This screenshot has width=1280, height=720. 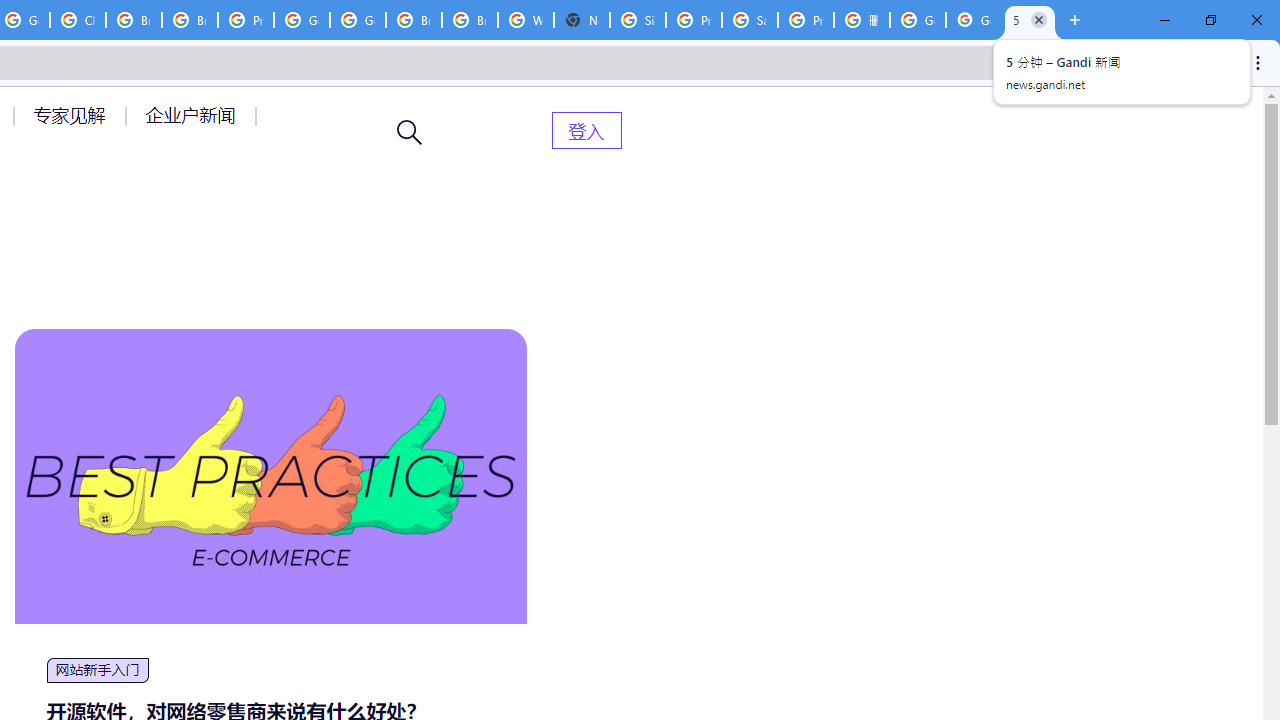 What do you see at coordinates (413, 20) in the screenshot?
I see `'Browse Chrome as a guest - Computer - Google Chrome Help'` at bounding box center [413, 20].